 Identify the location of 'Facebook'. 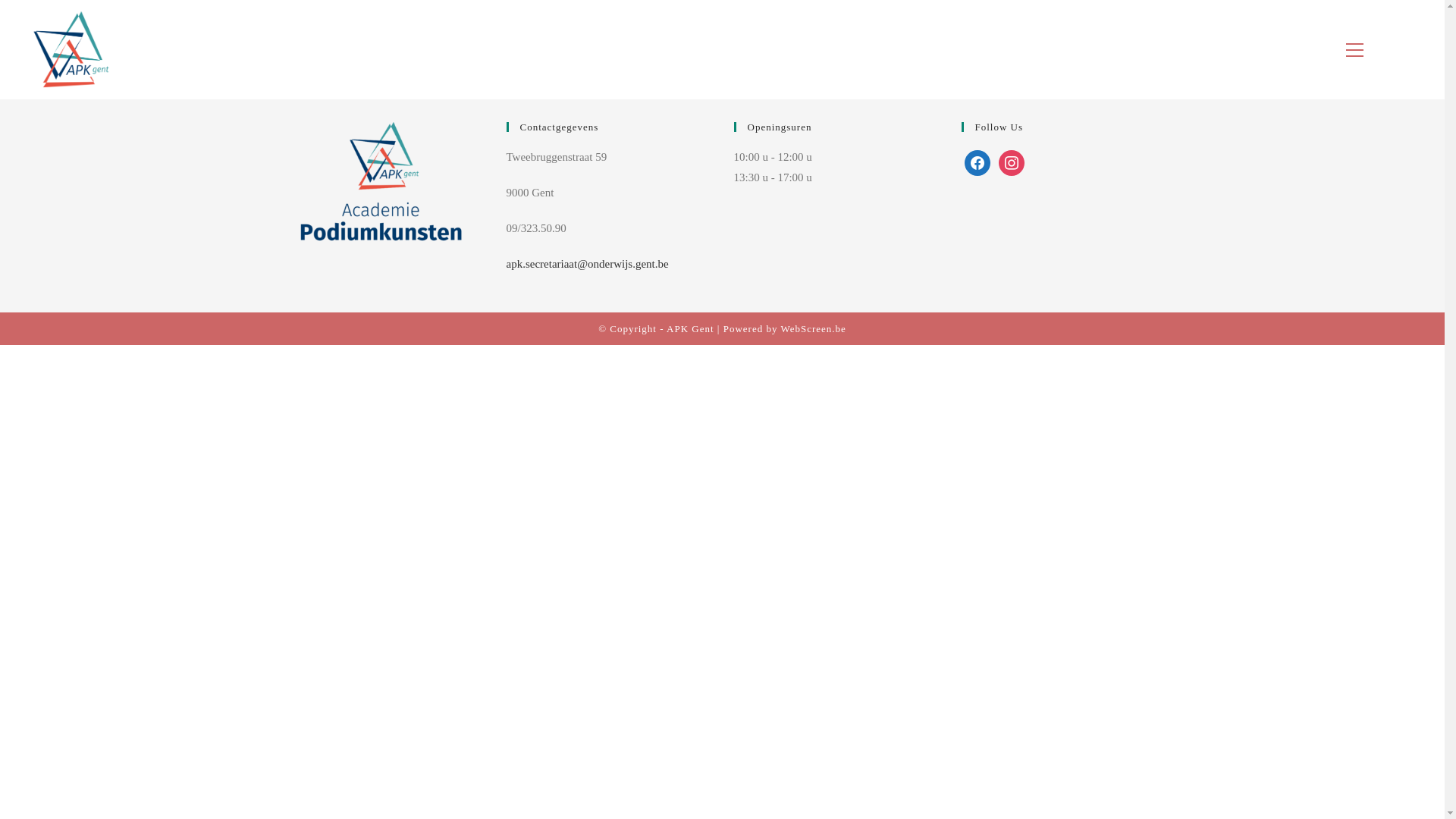
(977, 161).